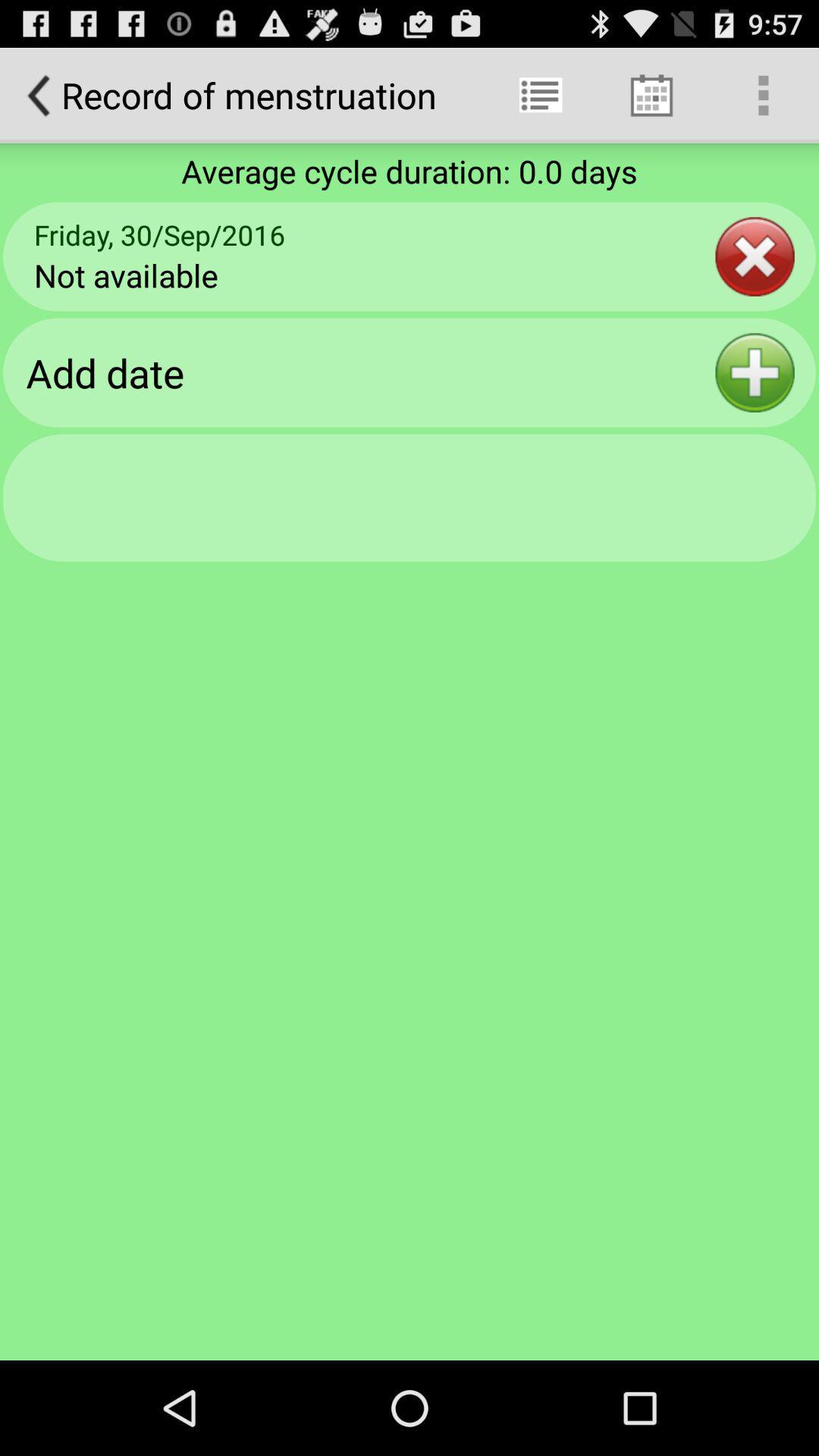 The image size is (819, 1456). I want to click on item next to add date icon, so click(755, 372).